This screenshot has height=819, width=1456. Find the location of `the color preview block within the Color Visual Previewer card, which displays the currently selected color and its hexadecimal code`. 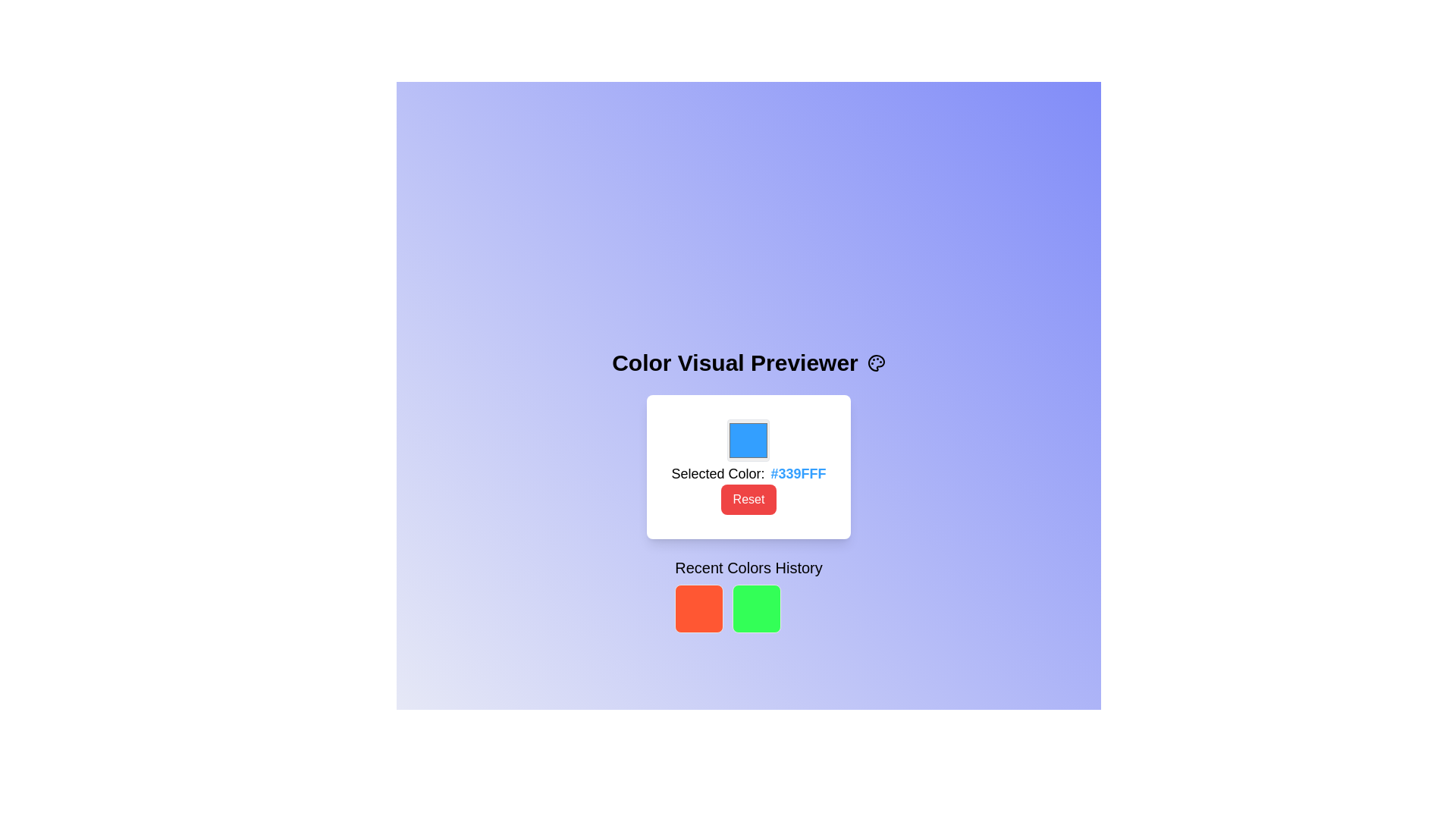

the color preview block within the Color Visual Previewer card, which displays the currently selected color and its hexadecimal code is located at coordinates (748, 466).